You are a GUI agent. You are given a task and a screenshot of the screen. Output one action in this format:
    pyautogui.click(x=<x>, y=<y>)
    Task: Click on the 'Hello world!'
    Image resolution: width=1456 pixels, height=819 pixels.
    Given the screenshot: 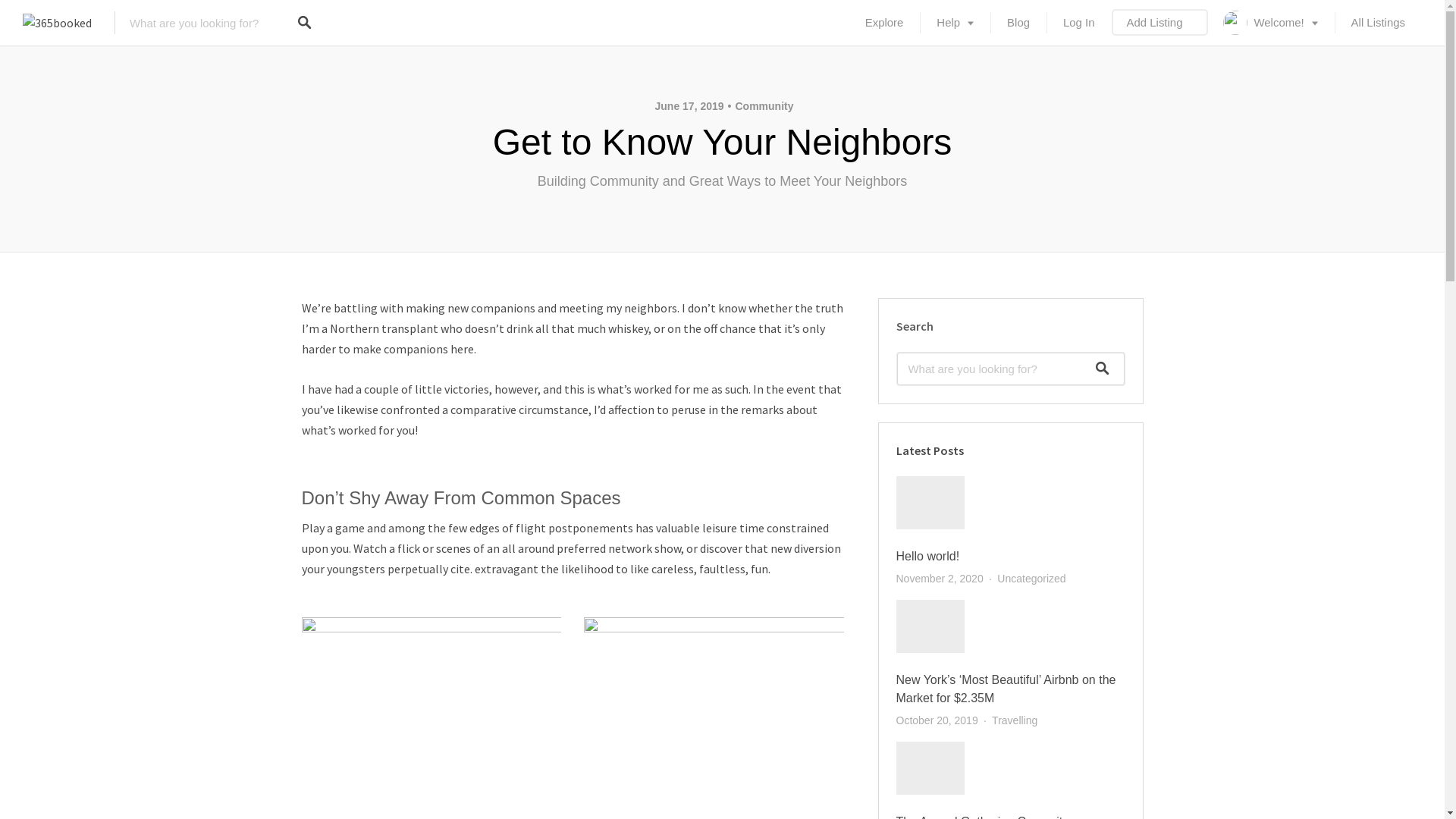 What is the action you would take?
    pyautogui.click(x=927, y=556)
    